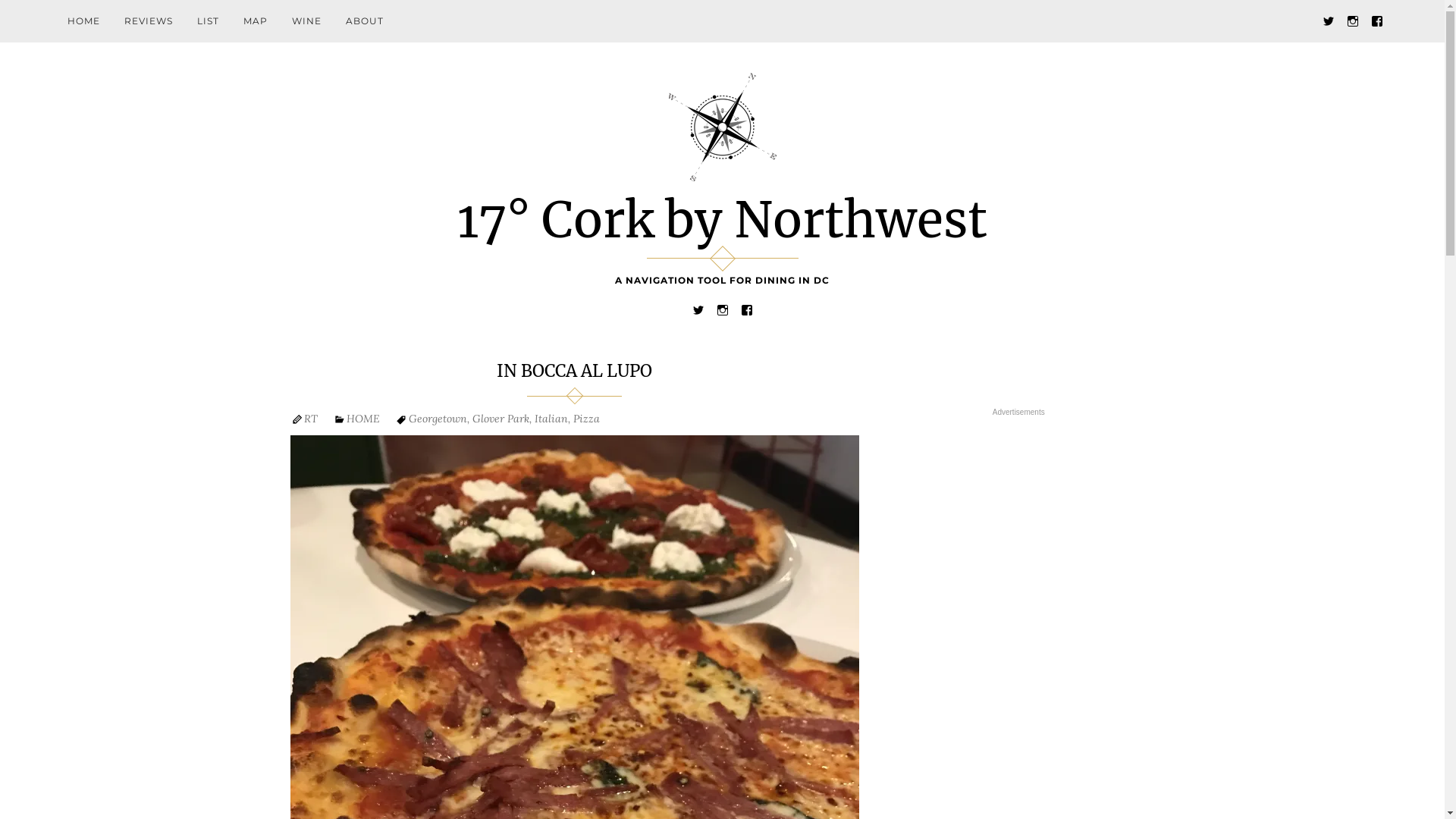 Image resolution: width=1456 pixels, height=819 pixels. What do you see at coordinates (436, 418) in the screenshot?
I see `'Georgetown'` at bounding box center [436, 418].